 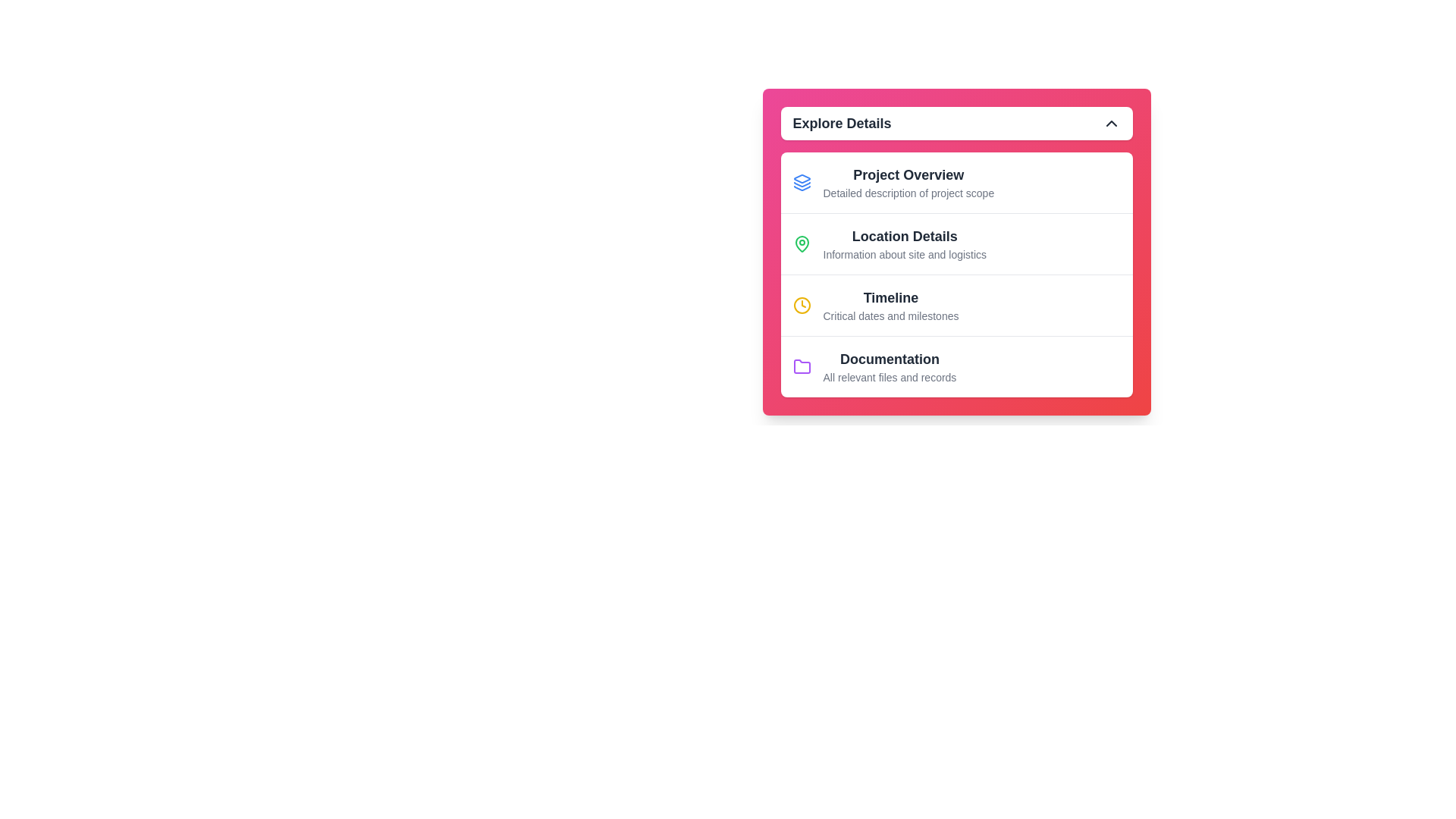 I want to click on the folder icon representing the 'Documentation' section, which is the leftmost component in the list for file and record management, so click(x=801, y=366).